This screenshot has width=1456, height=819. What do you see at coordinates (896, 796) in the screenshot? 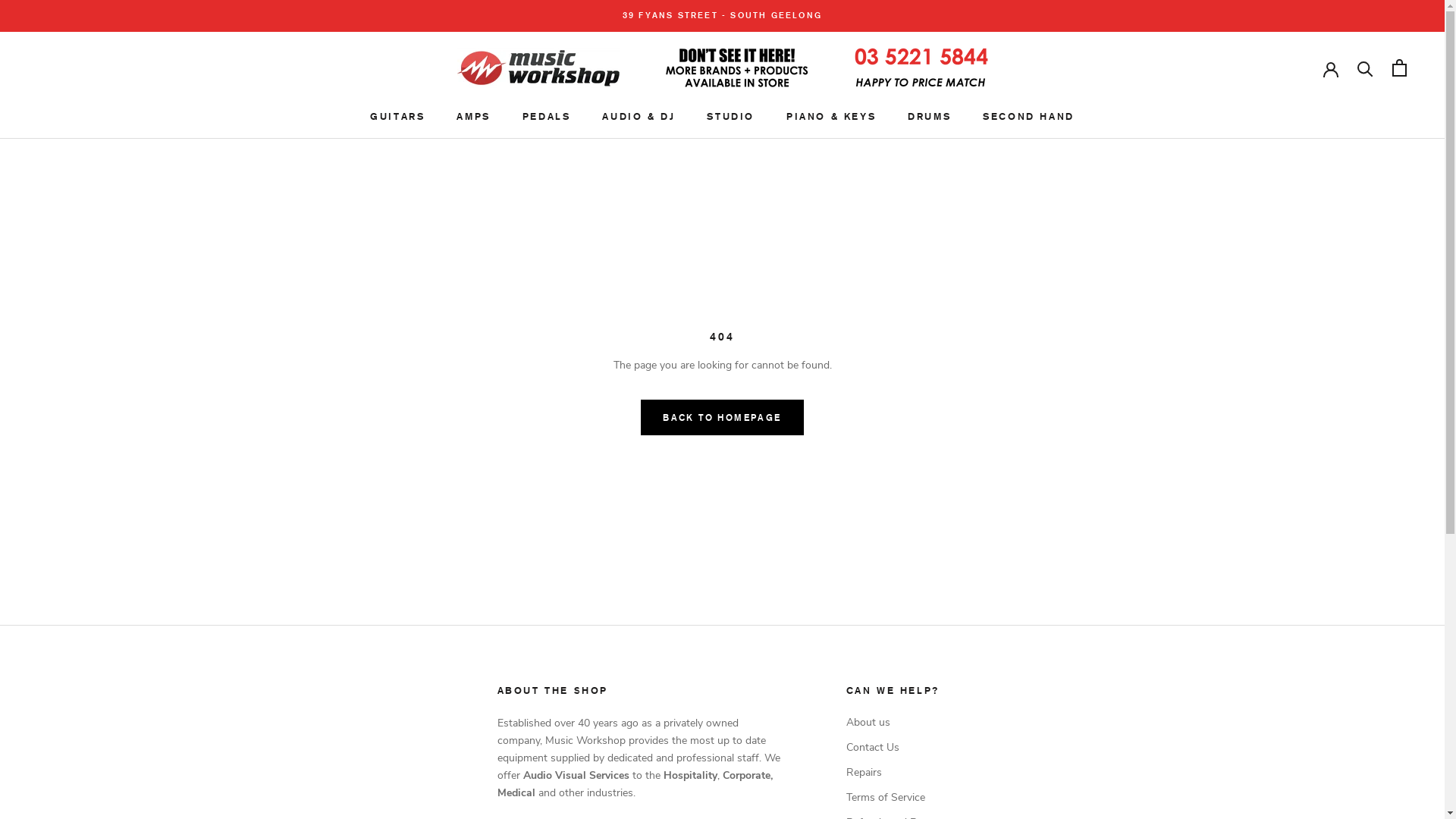
I see `'Terms of Service'` at bounding box center [896, 796].